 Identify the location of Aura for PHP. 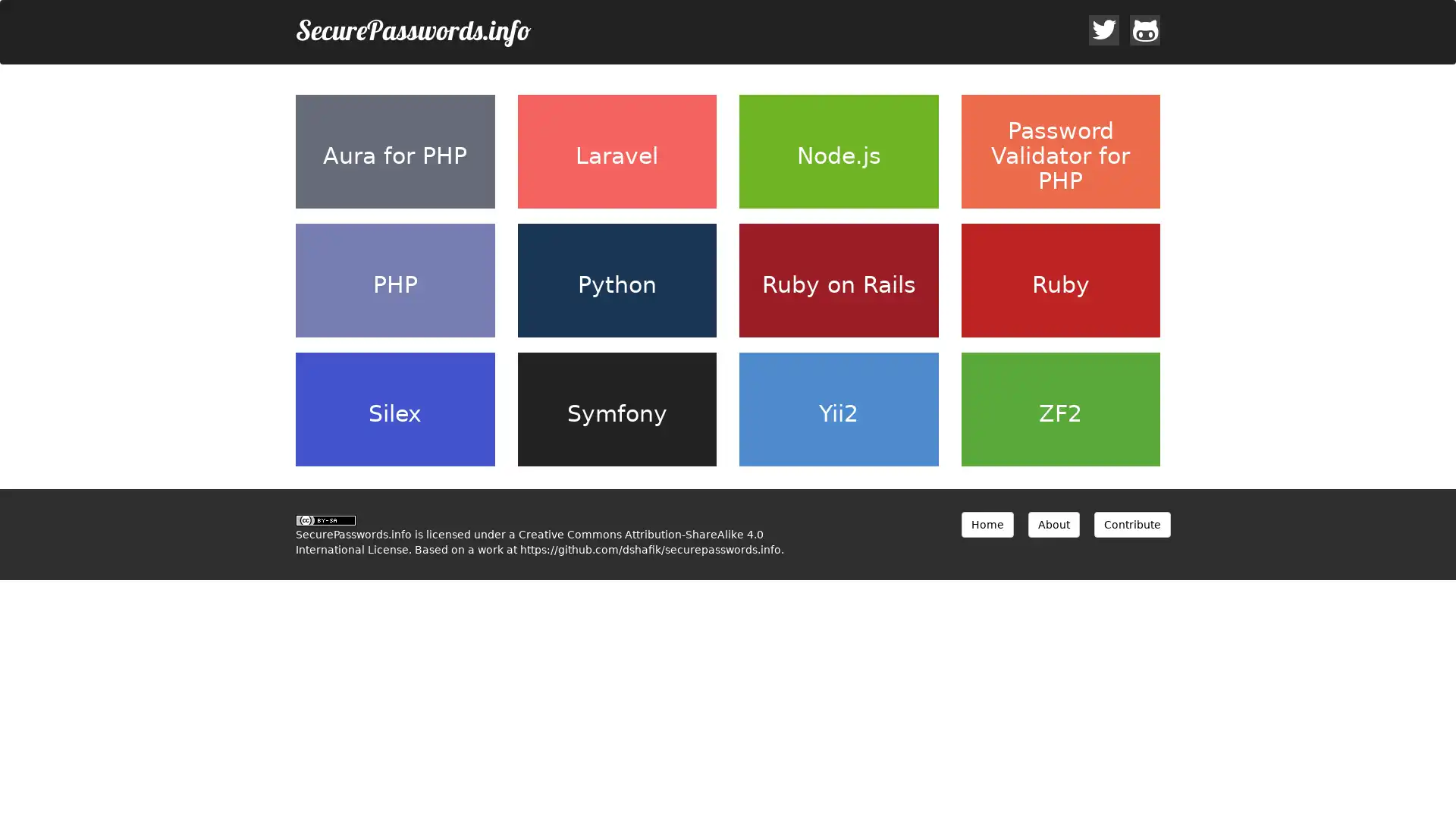
(395, 152).